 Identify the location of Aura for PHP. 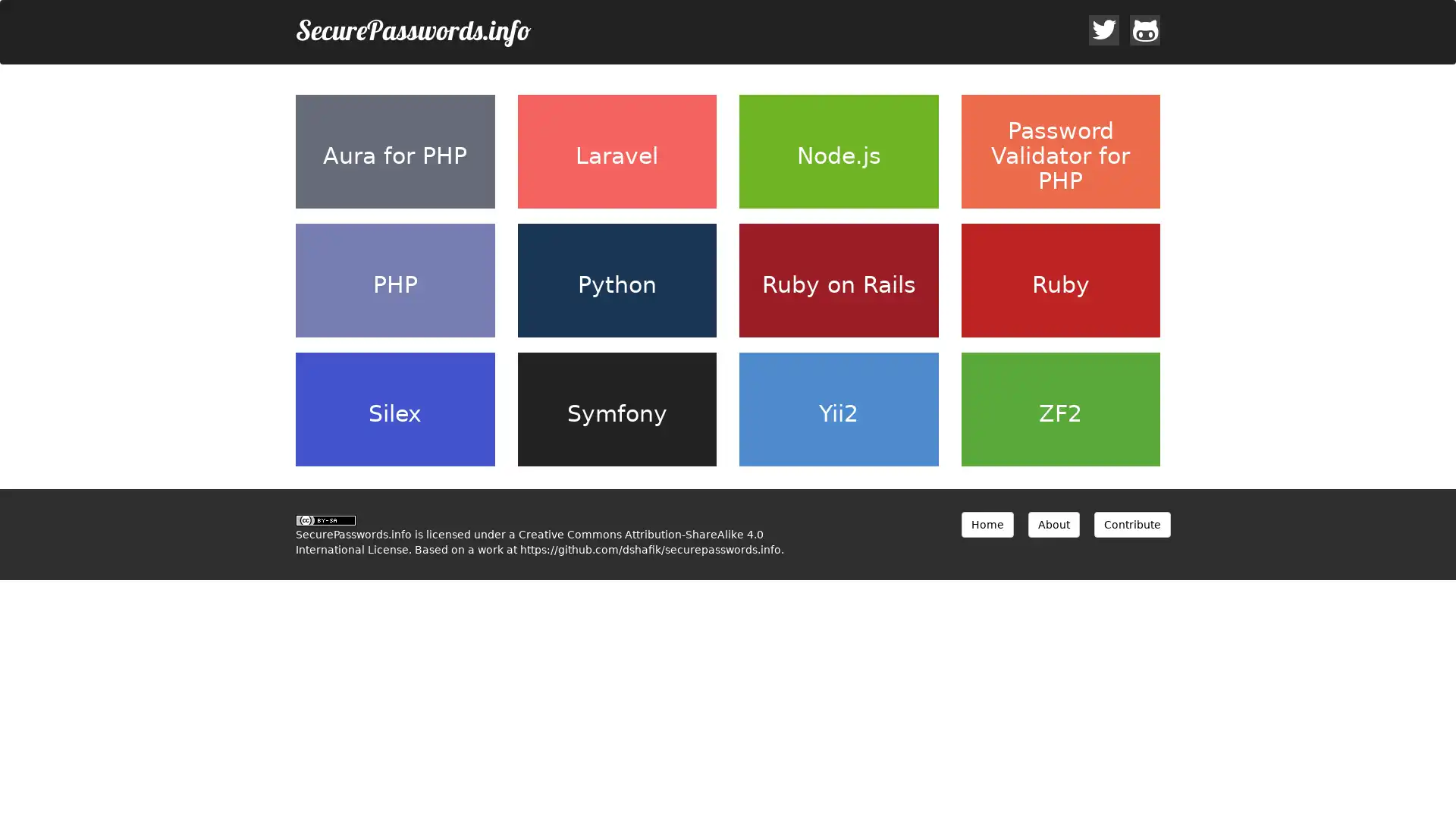
(395, 152).